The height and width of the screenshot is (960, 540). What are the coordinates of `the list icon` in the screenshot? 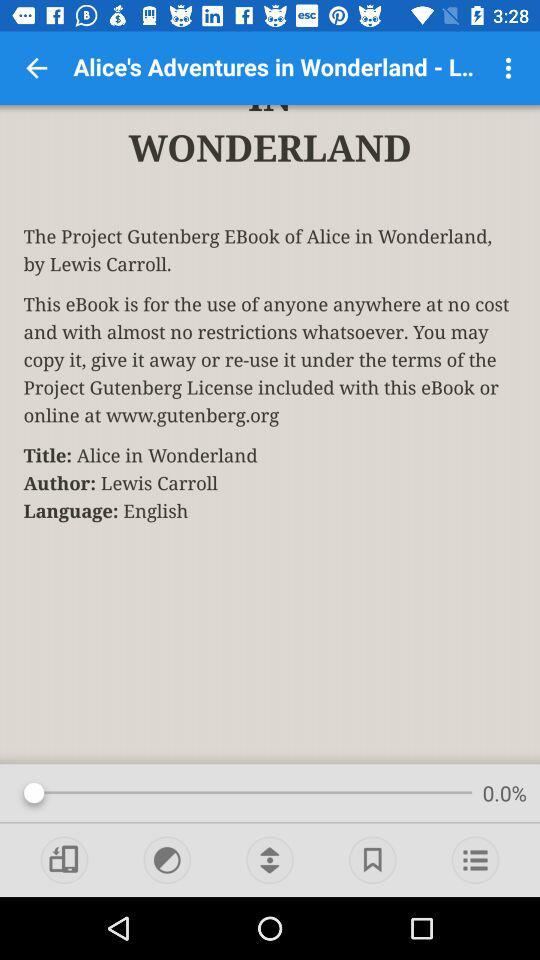 It's located at (474, 859).